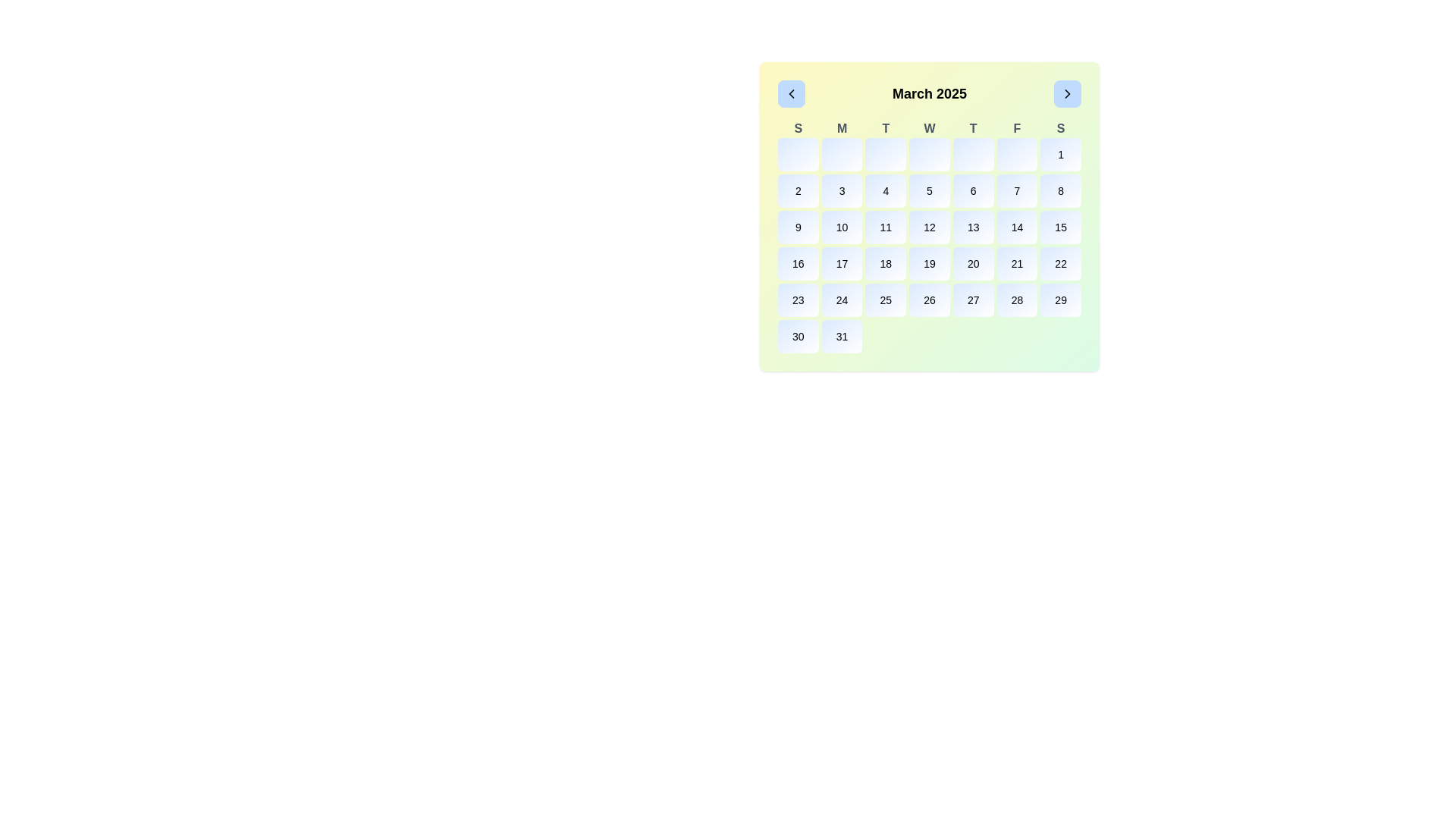 The height and width of the screenshot is (819, 1456). What do you see at coordinates (928, 127) in the screenshot?
I see `the gray text label 'W' that signifies Wednesday, positioned centrally between 'T' (Tuesday) and 'T' (Thursday) in the grid layout` at bounding box center [928, 127].